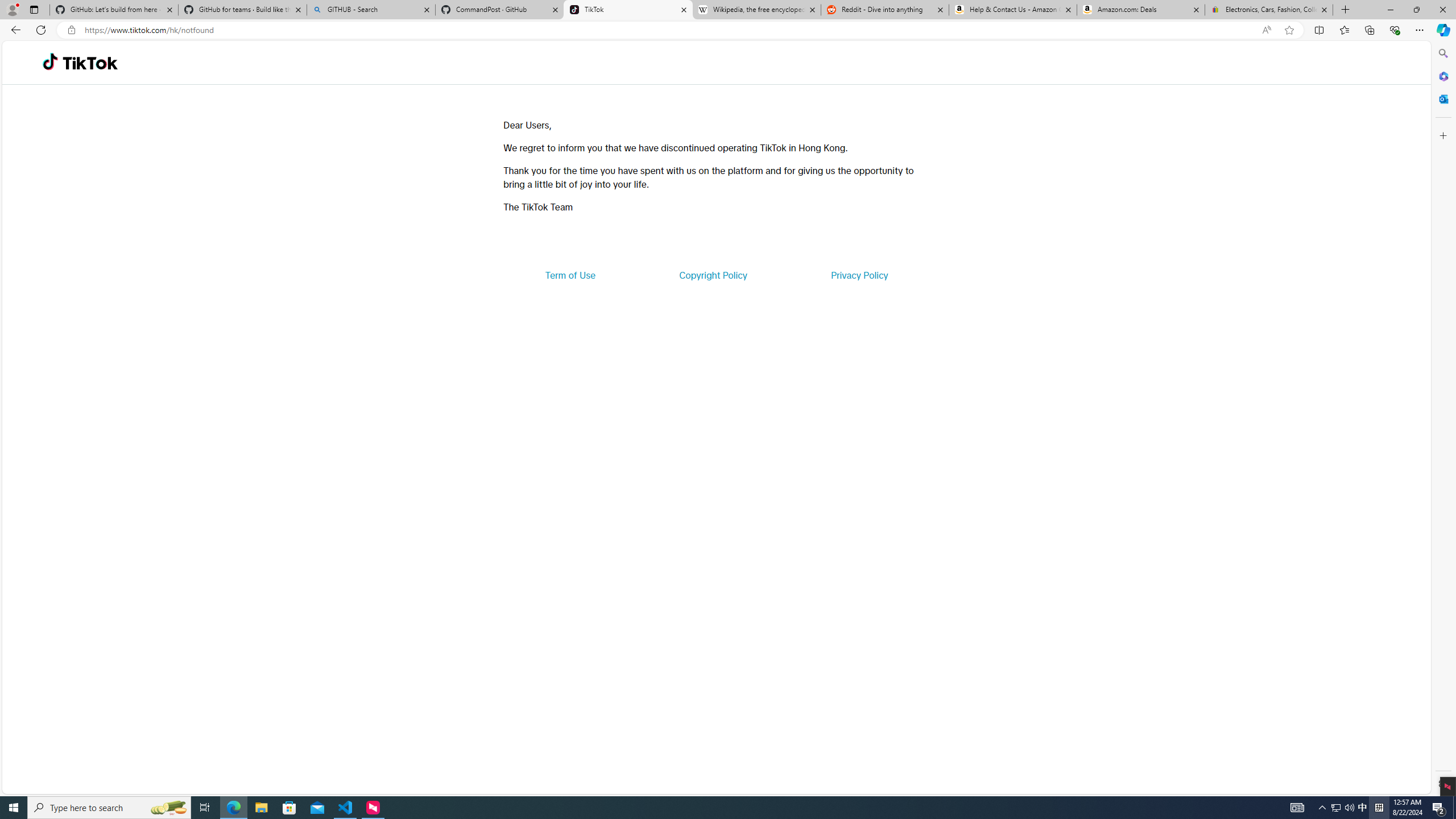 Image resolution: width=1456 pixels, height=819 pixels. I want to click on 'GITHUB - Search', so click(370, 9).